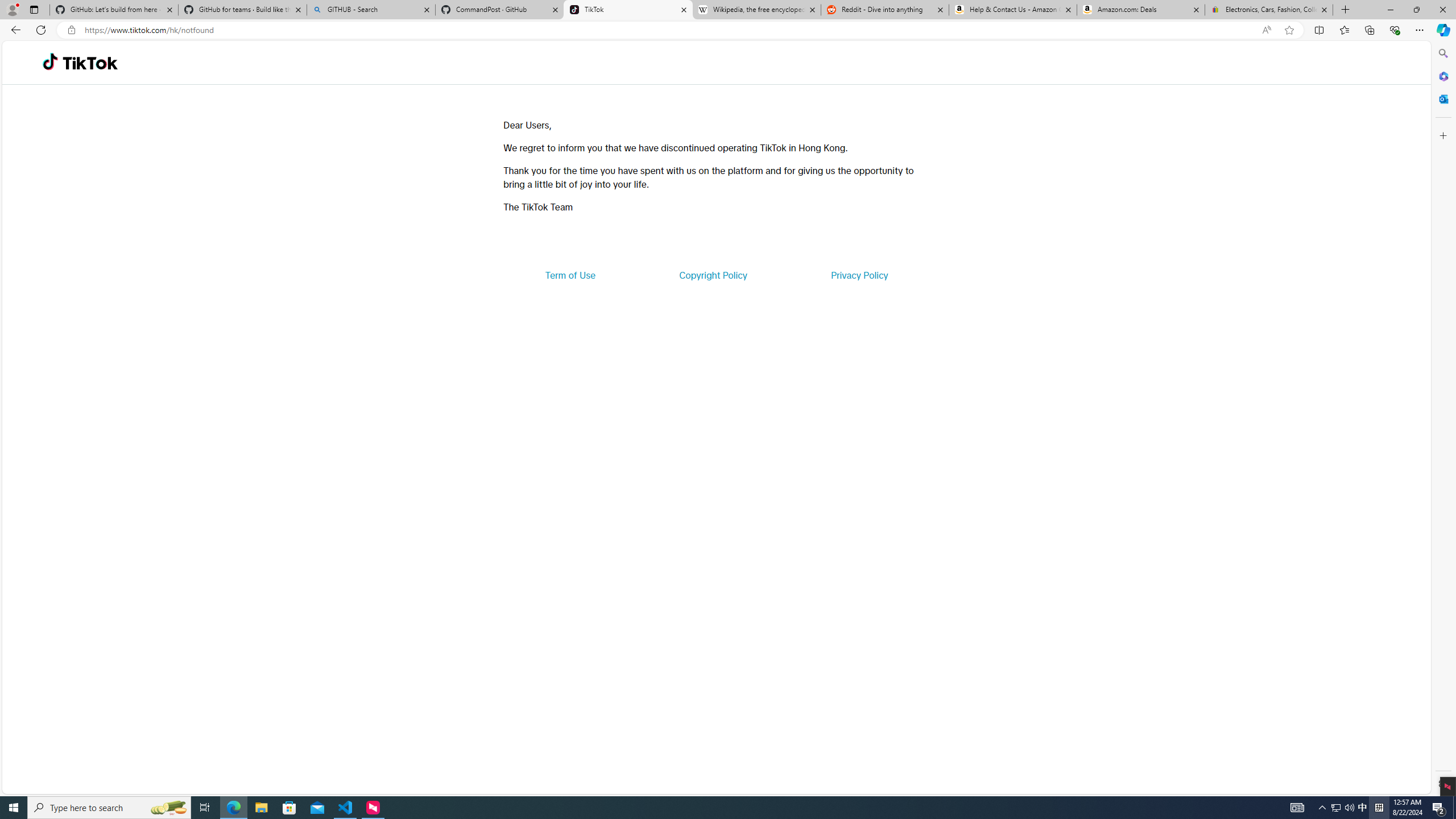 Image resolution: width=1456 pixels, height=819 pixels. I want to click on 'GITHUB - Search', so click(370, 9).